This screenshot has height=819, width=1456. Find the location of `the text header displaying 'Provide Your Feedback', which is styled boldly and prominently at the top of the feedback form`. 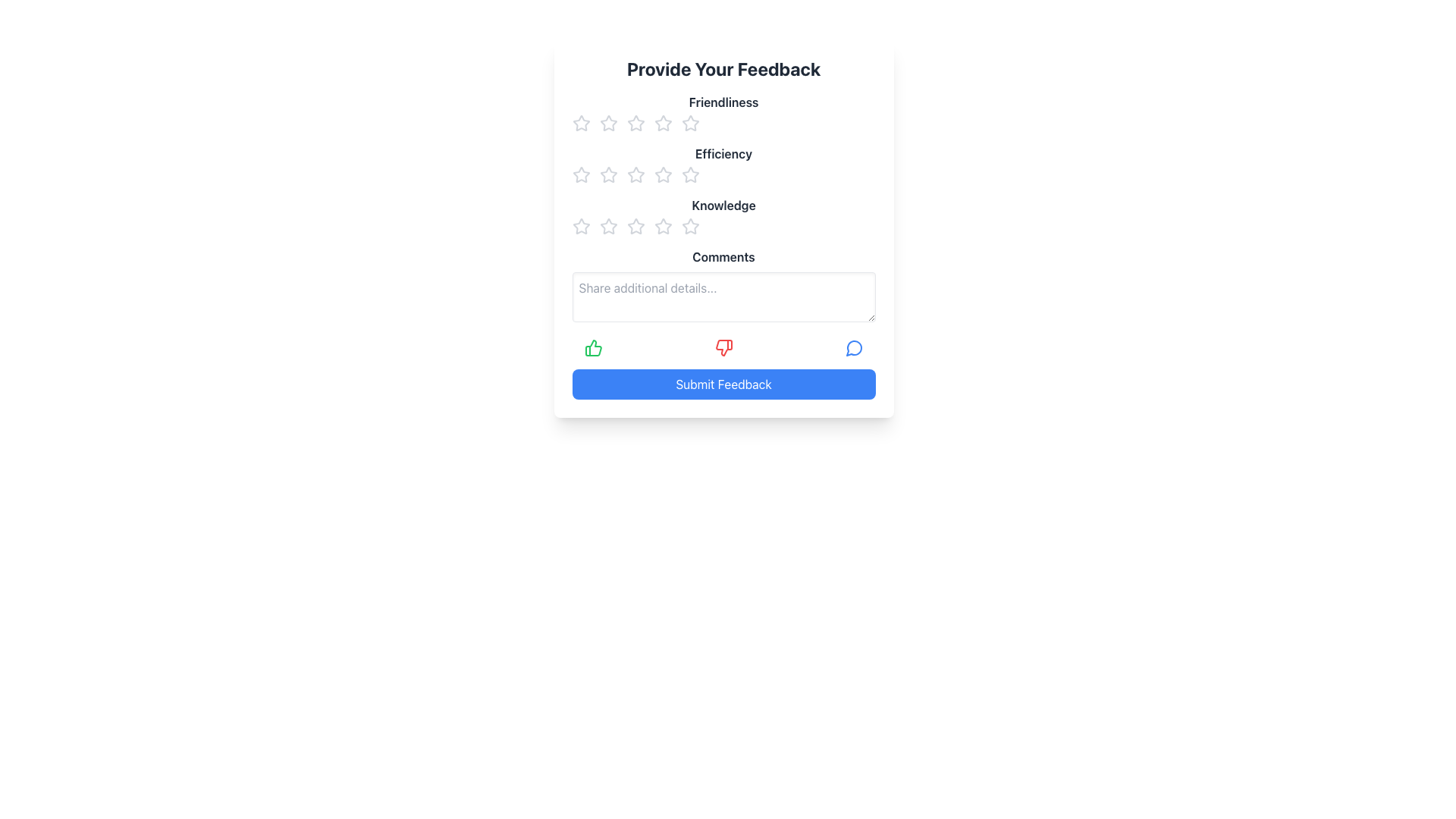

the text header displaying 'Provide Your Feedback', which is styled boldly and prominently at the top of the feedback form is located at coordinates (723, 69).